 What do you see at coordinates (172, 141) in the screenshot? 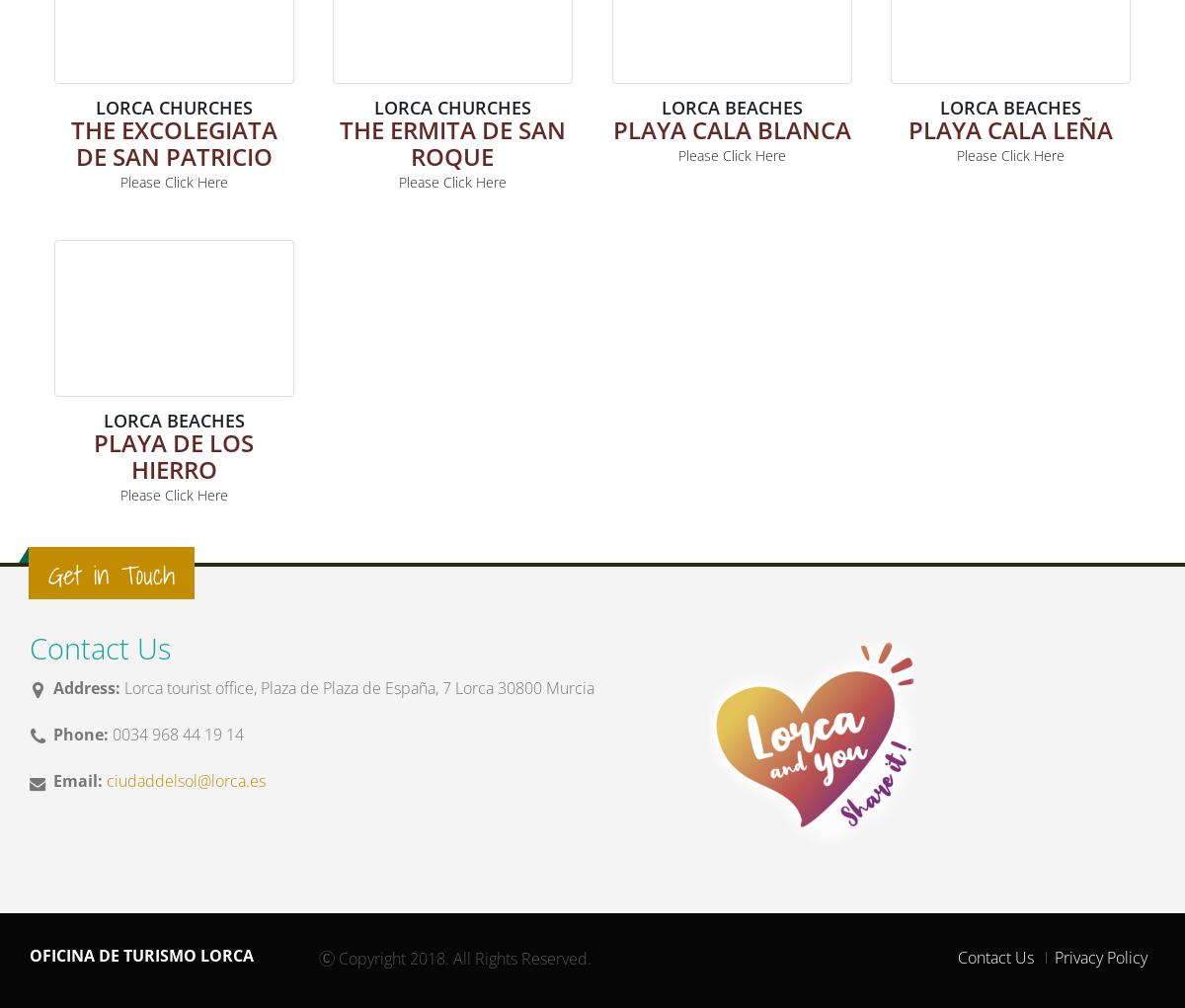
I see `'THE EXCOLEGIATA DE SAN PATRICIO'` at bounding box center [172, 141].